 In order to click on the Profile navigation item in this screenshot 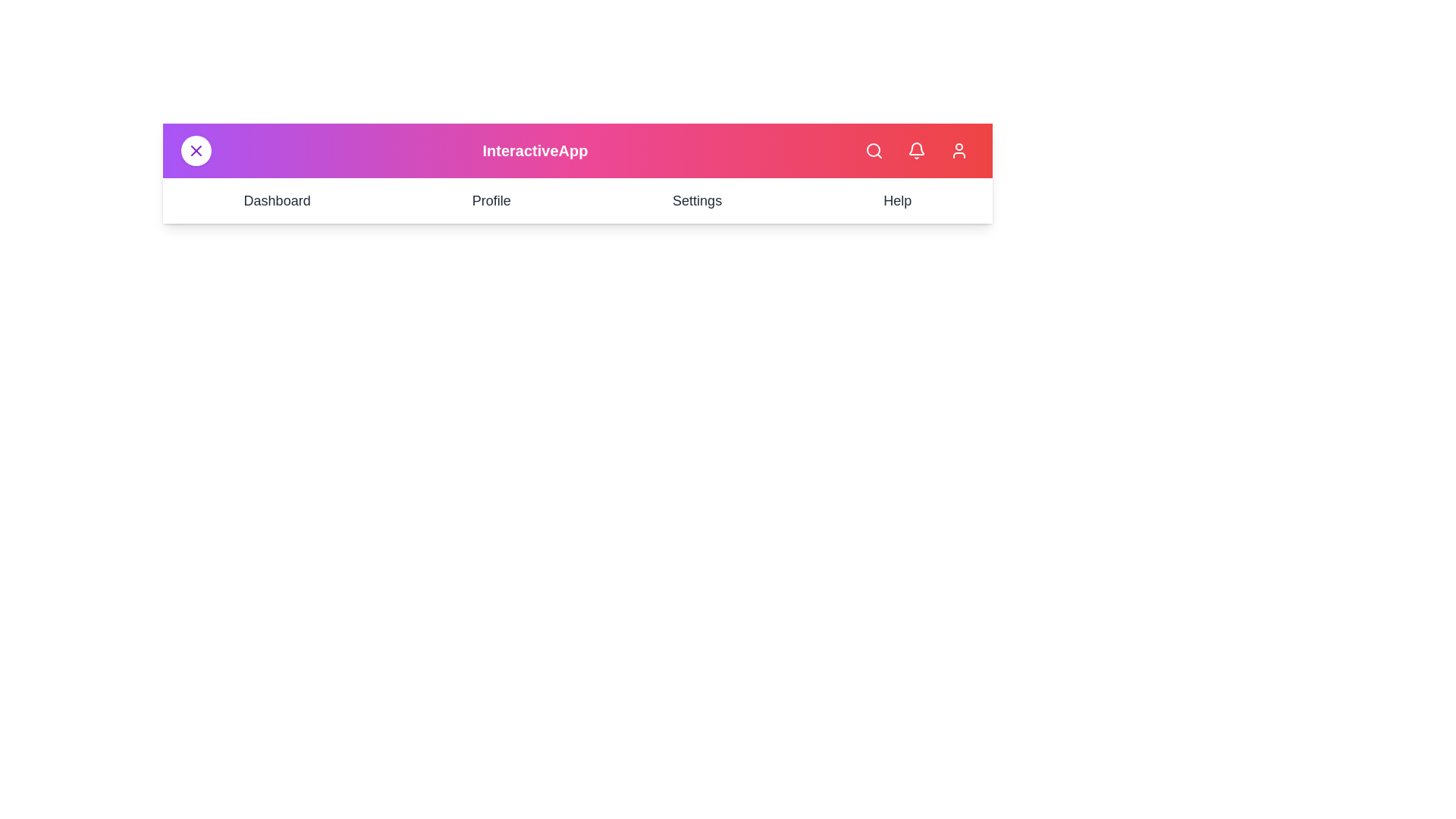, I will do `click(491, 200)`.